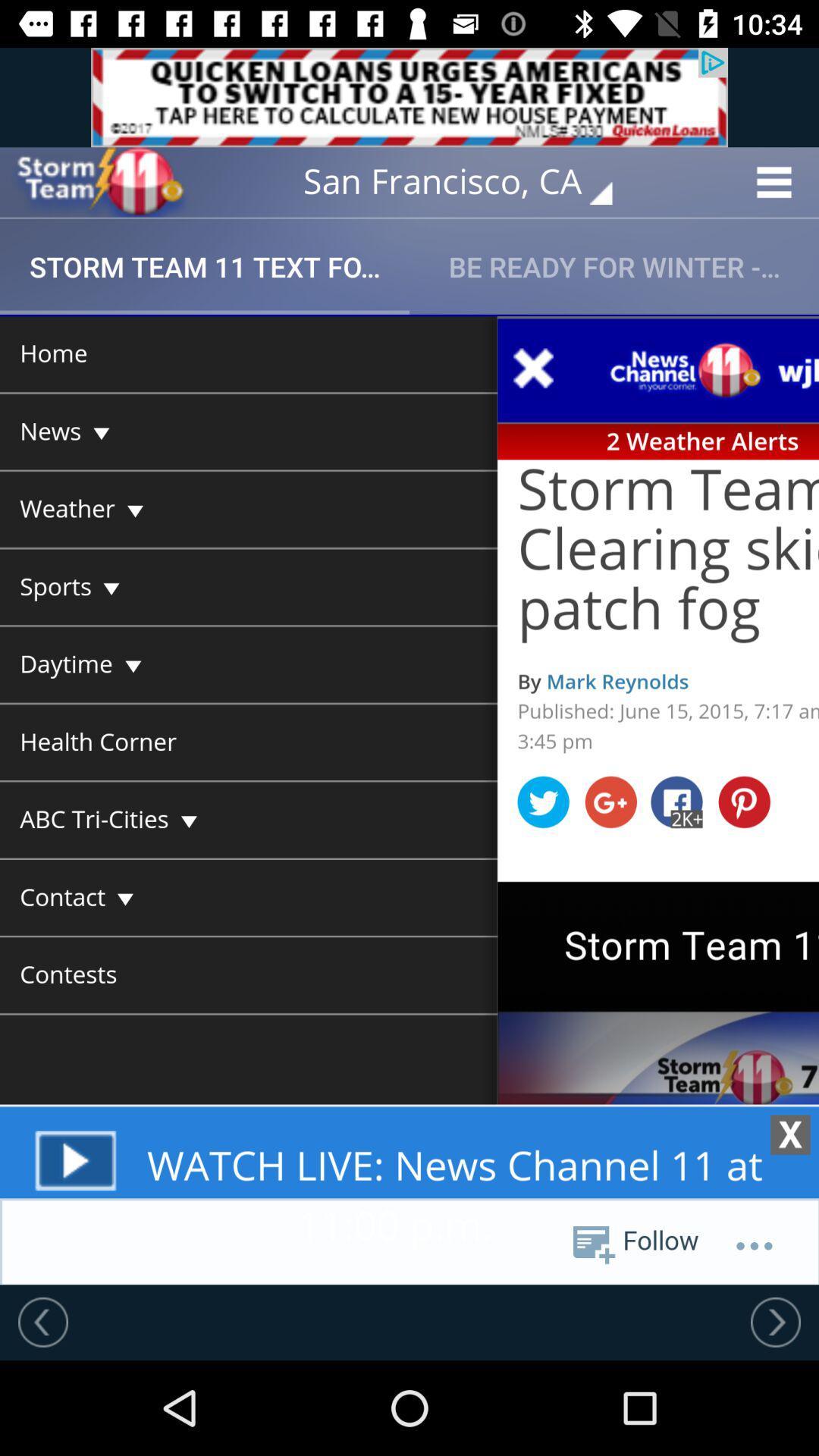 This screenshot has height=1456, width=819. Describe the element at coordinates (99, 182) in the screenshot. I see `storm team 11 homepage` at that location.